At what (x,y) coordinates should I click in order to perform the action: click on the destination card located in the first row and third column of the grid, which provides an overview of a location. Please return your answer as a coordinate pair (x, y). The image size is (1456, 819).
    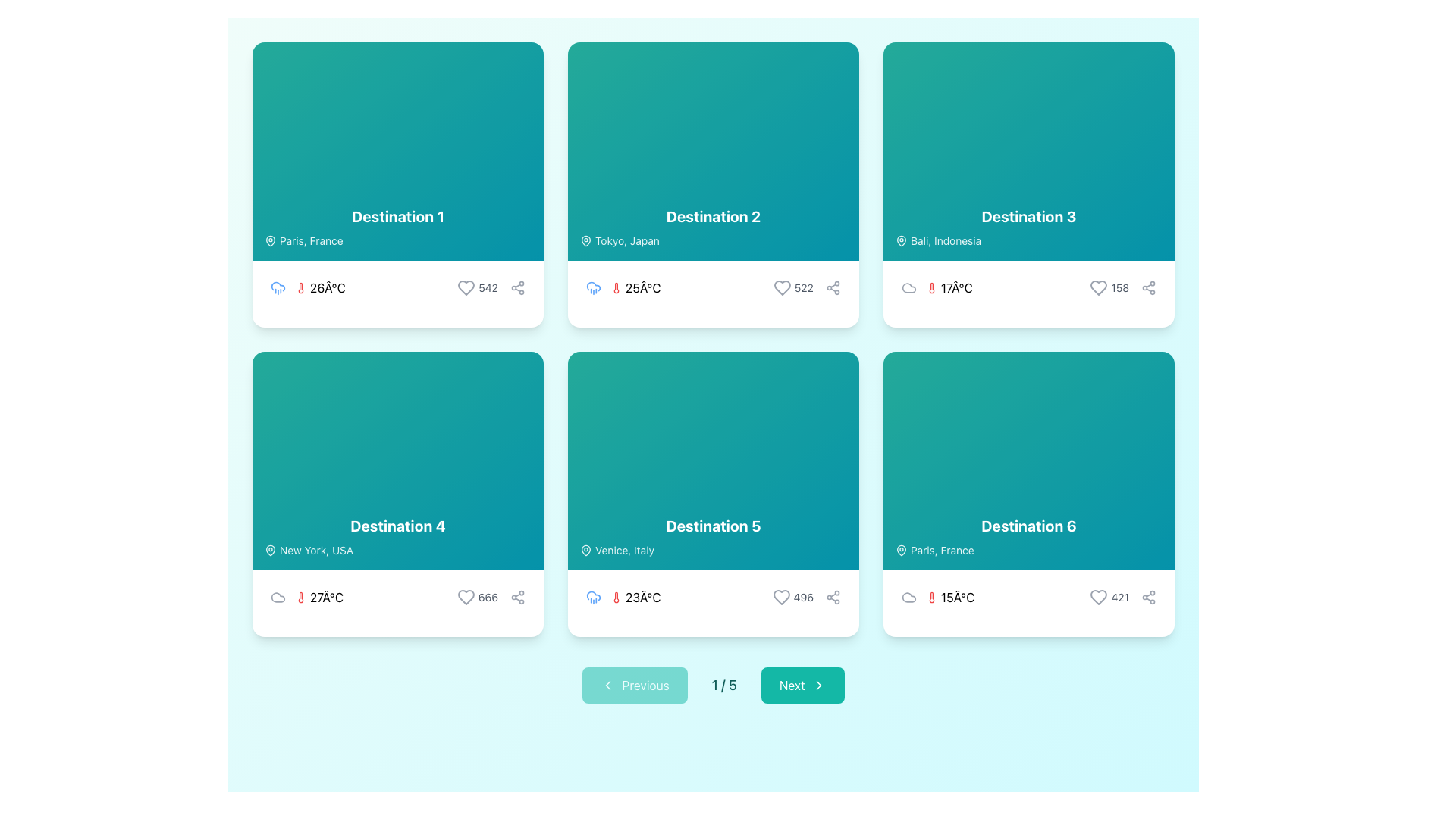
    Looking at the image, I should click on (1029, 152).